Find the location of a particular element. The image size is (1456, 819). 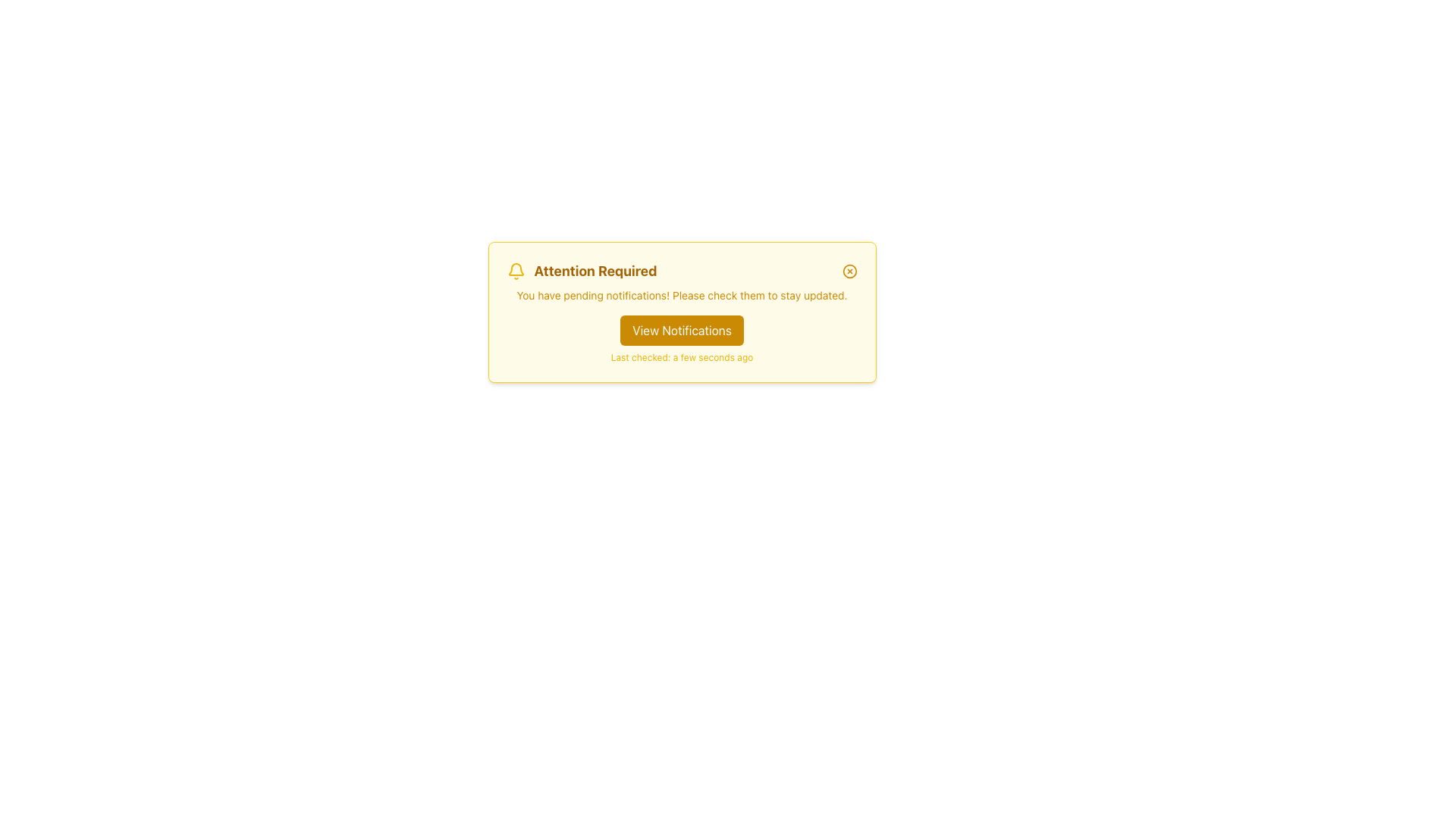

the 'View Notifications' button with a bold yellow background is located at coordinates (681, 329).